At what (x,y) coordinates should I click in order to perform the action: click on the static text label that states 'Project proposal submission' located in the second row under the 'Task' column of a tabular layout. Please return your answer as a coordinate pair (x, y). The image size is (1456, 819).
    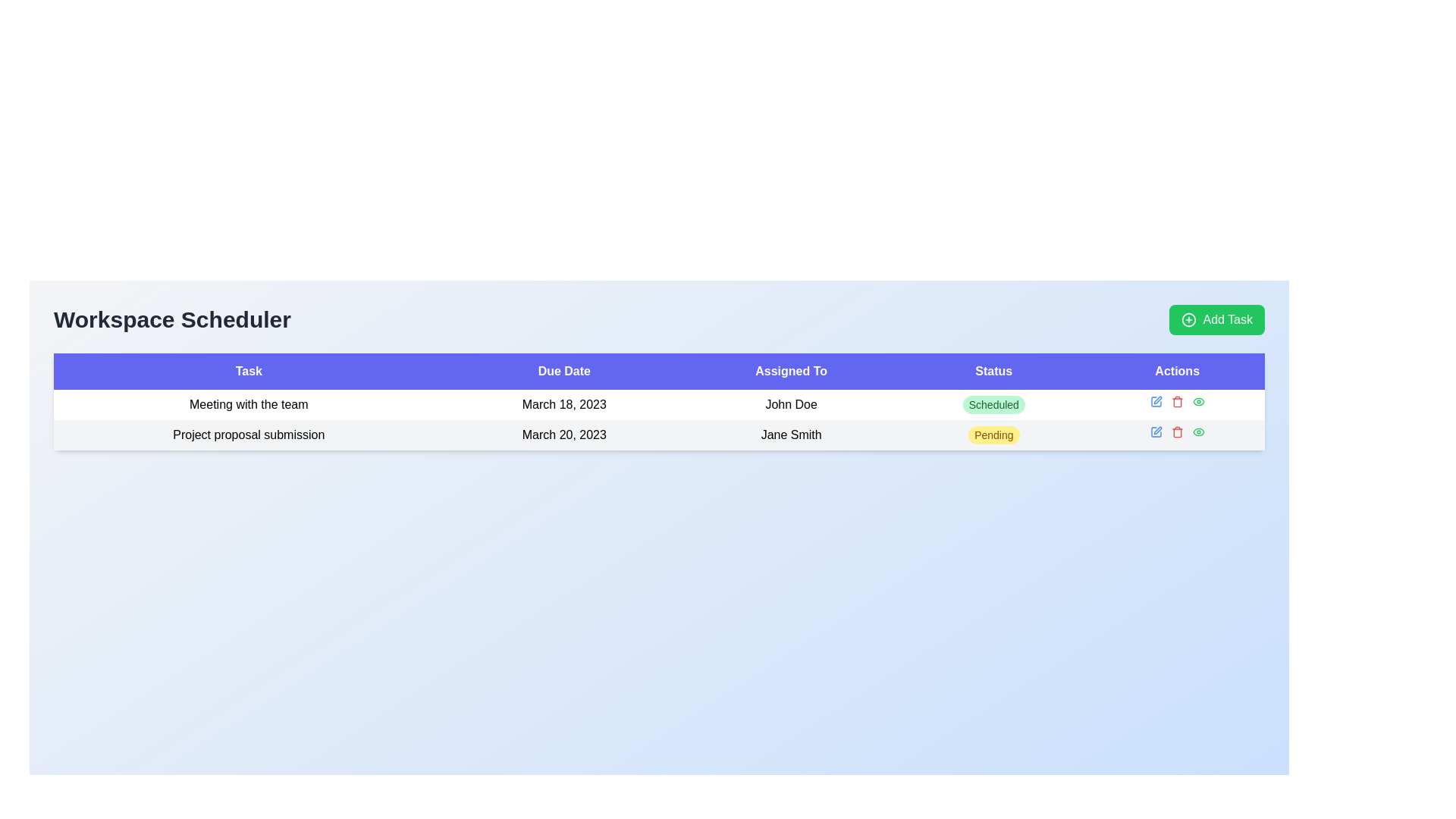
    Looking at the image, I should click on (249, 435).